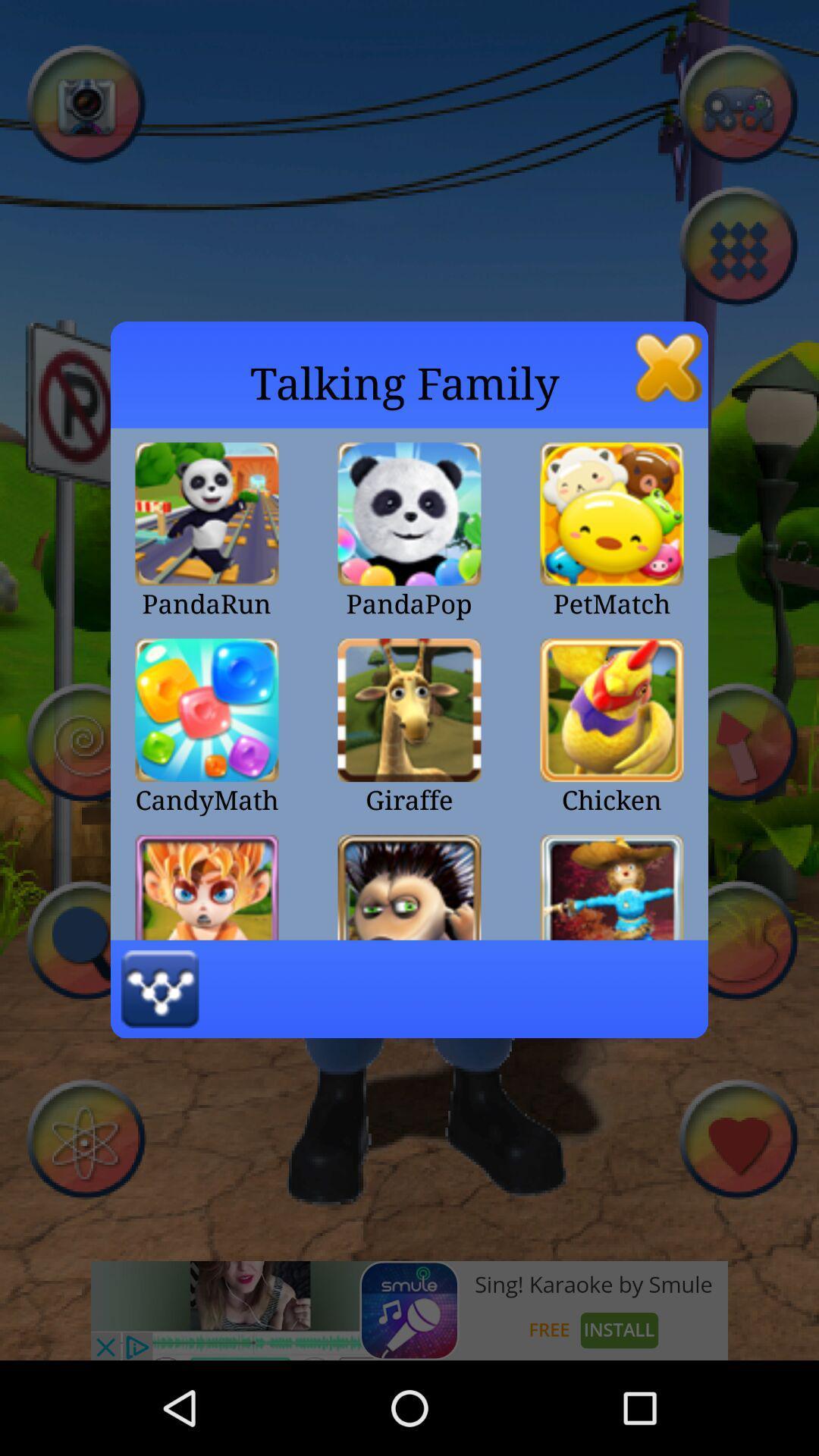 The width and height of the screenshot is (819, 1456). What do you see at coordinates (160, 989) in the screenshot?
I see `the icon at the bottom left corner` at bounding box center [160, 989].